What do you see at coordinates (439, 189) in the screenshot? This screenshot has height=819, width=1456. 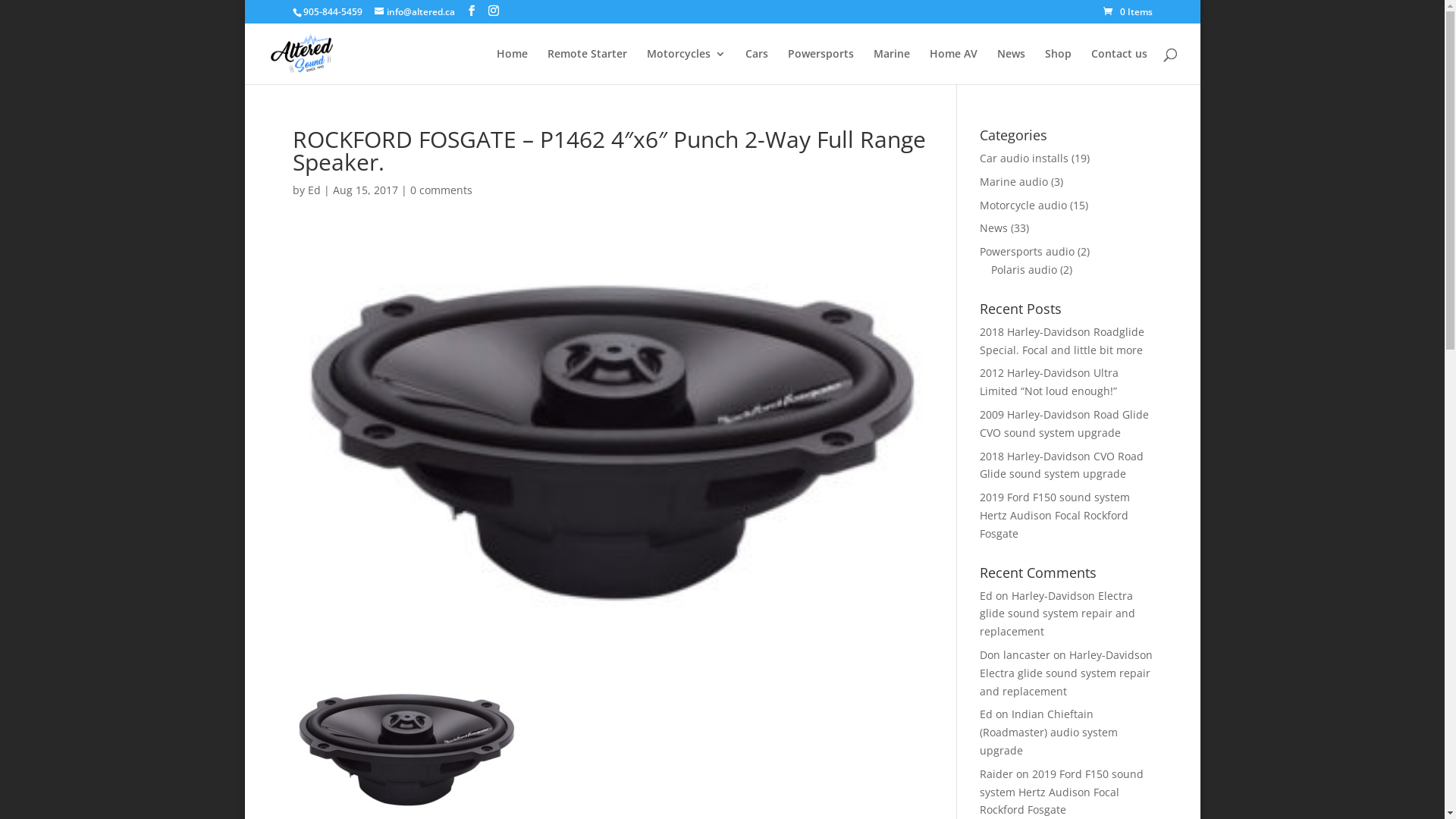 I see `'0 comments'` at bounding box center [439, 189].